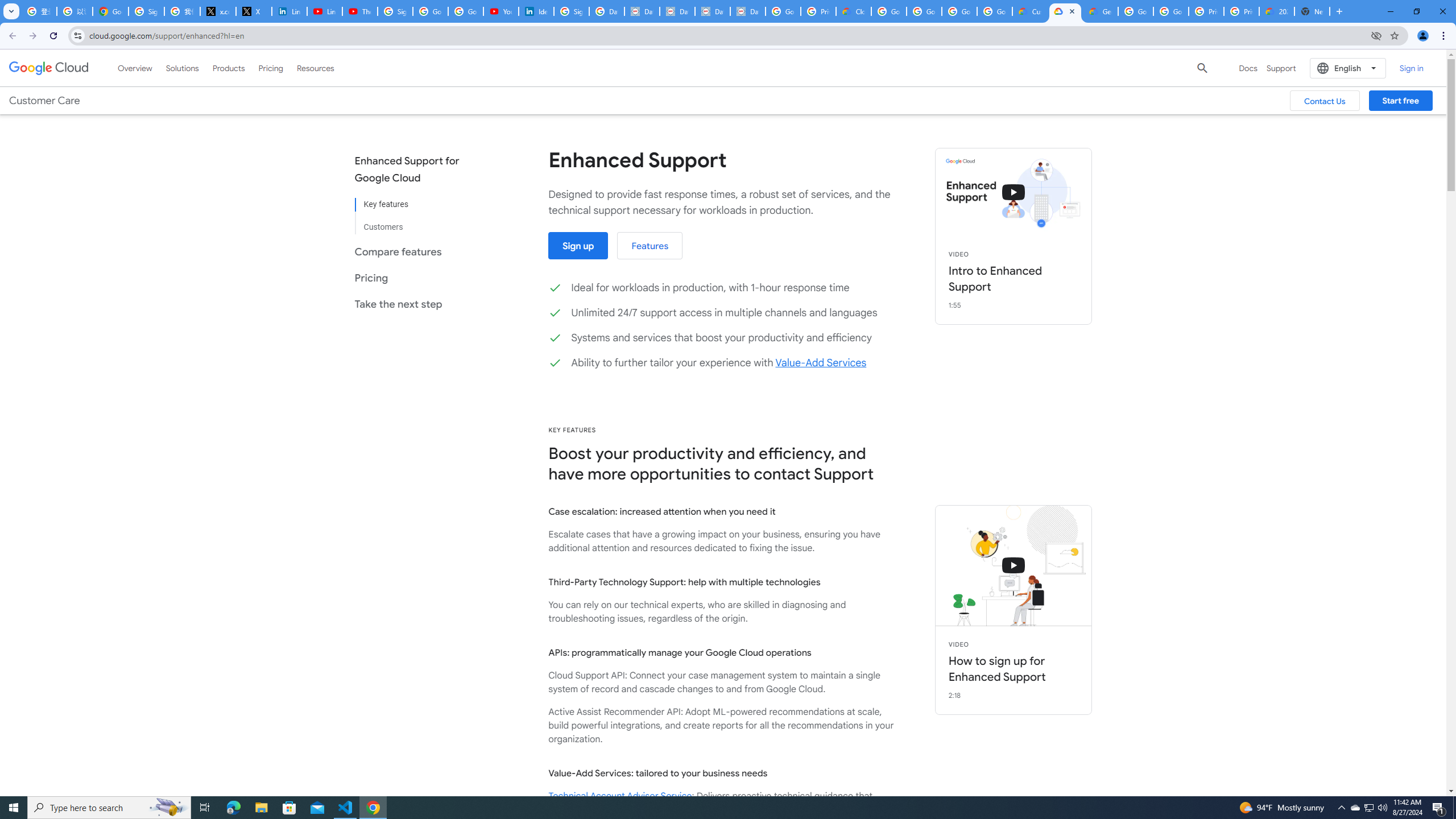 This screenshot has height=819, width=1456. I want to click on 'connecting with support', so click(1013, 566).